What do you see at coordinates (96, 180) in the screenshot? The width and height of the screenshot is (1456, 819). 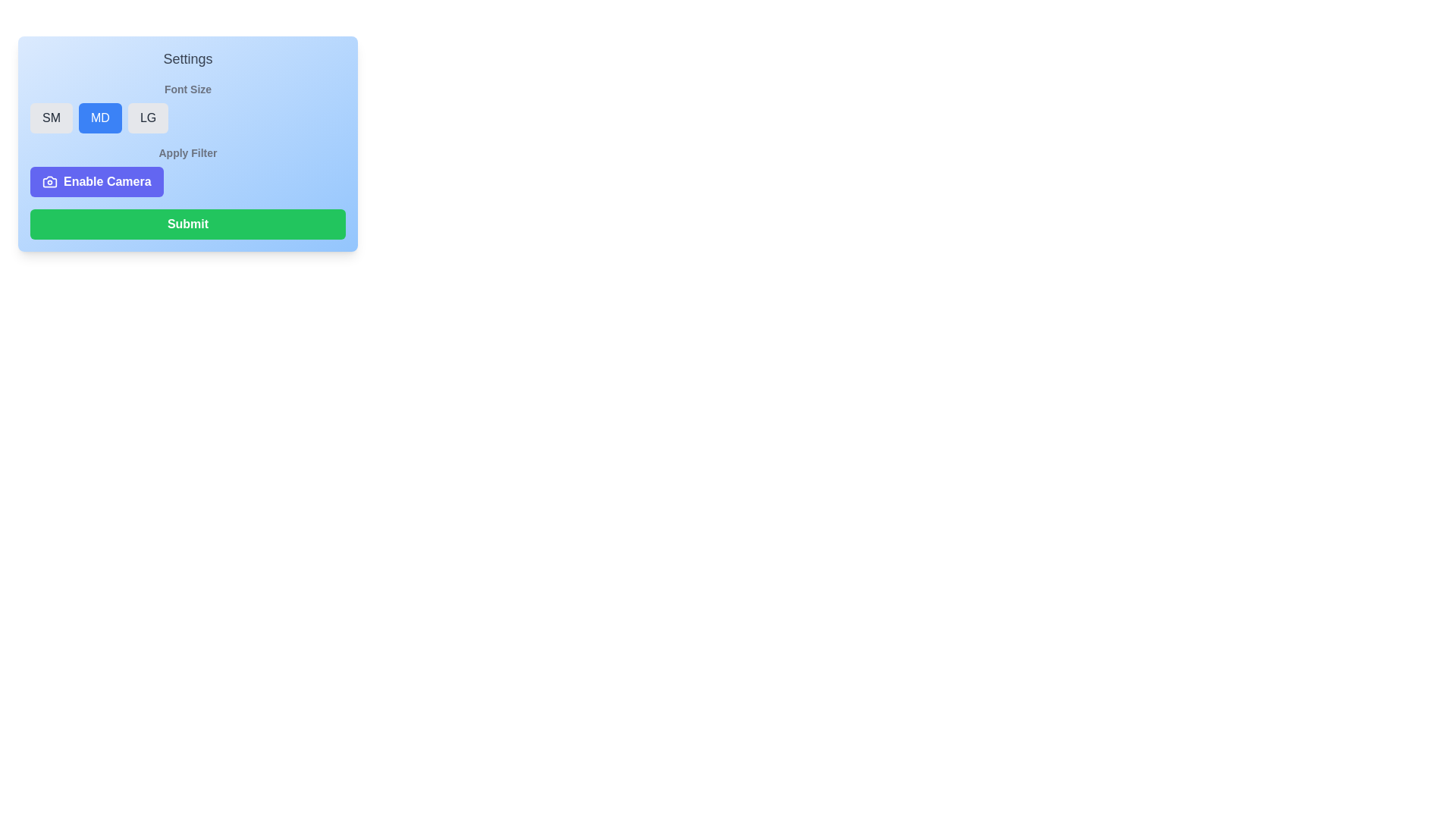 I see `the button with a purple background and white text reading 'Enable Camera', located in the settings panel above the green 'Submit' button` at bounding box center [96, 180].